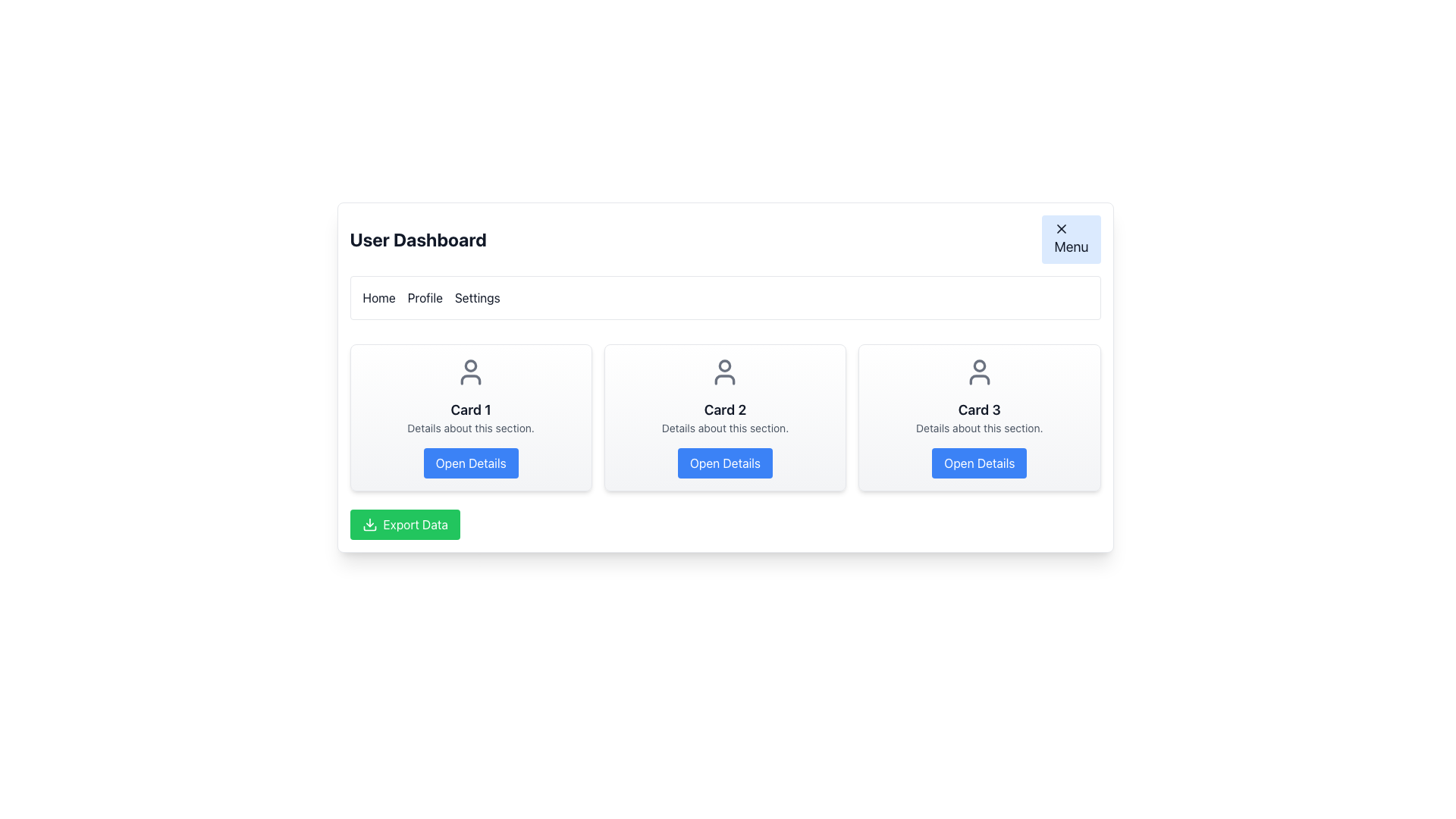 This screenshot has width=1456, height=819. I want to click on the light blue button labeled 'Menu' with a black 'X' icon, so click(1070, 239).